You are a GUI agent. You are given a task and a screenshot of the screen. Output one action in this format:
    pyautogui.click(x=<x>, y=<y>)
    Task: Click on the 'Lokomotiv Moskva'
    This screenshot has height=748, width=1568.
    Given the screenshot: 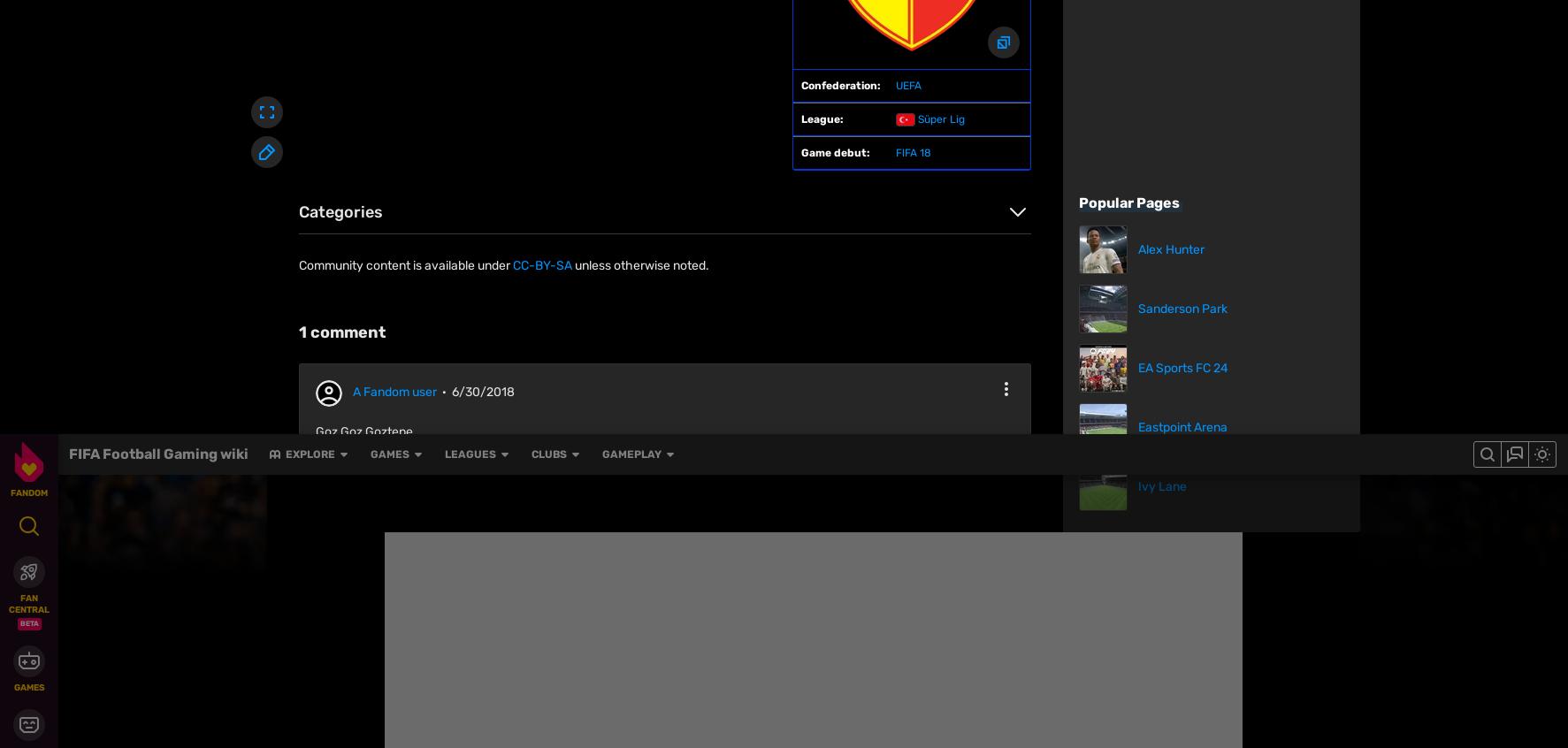 What is the action you would take?
    pyautogui.click(x=1080, y=483)
    